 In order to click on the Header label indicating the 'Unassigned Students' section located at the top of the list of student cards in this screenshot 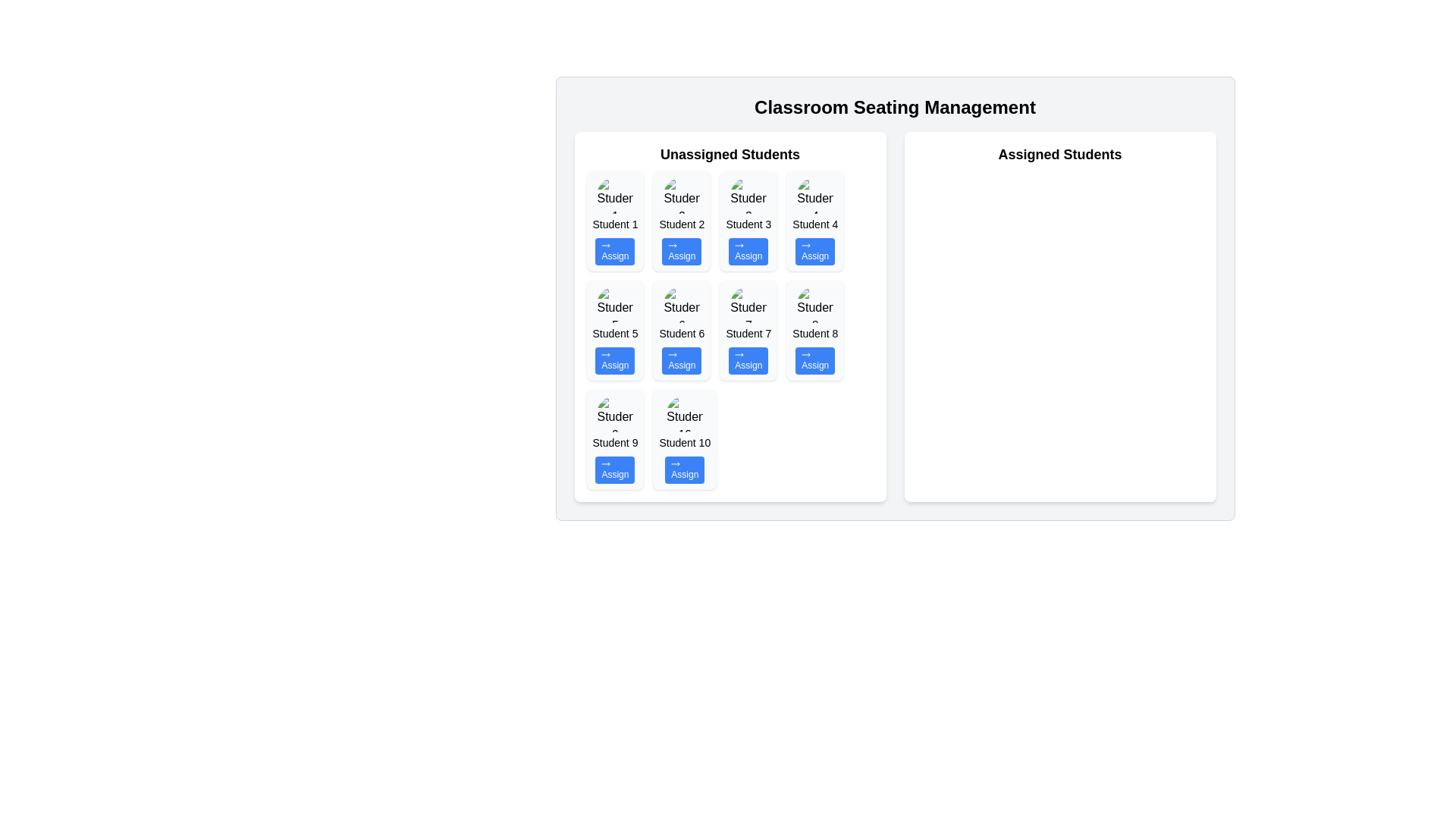, I will do `click(730, 155)`.